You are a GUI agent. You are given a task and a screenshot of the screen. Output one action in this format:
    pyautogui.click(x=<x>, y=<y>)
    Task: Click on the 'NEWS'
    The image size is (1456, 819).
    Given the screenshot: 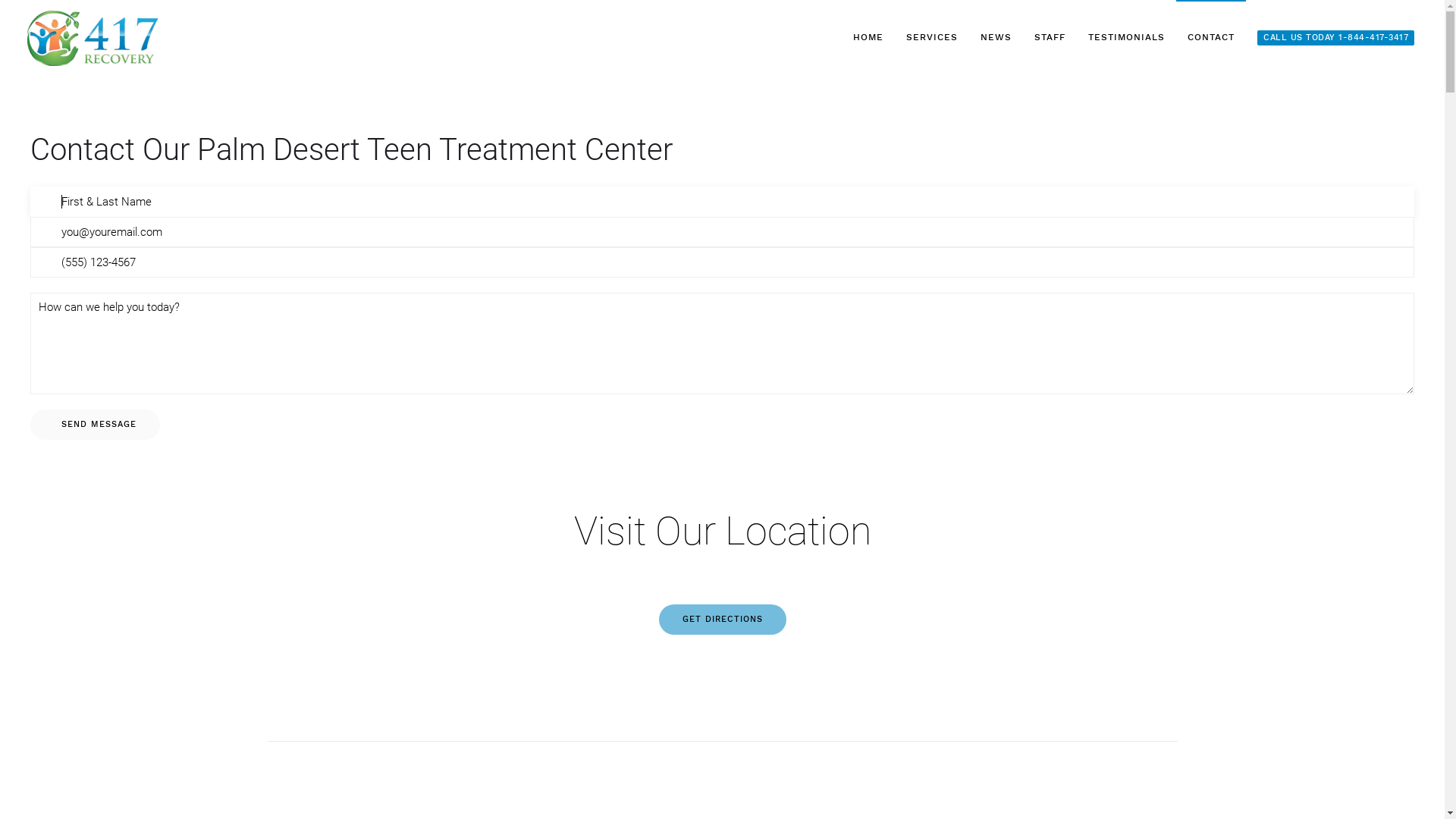 What is the action you would take?
    pyautogui.click(x=968, y=37)
    